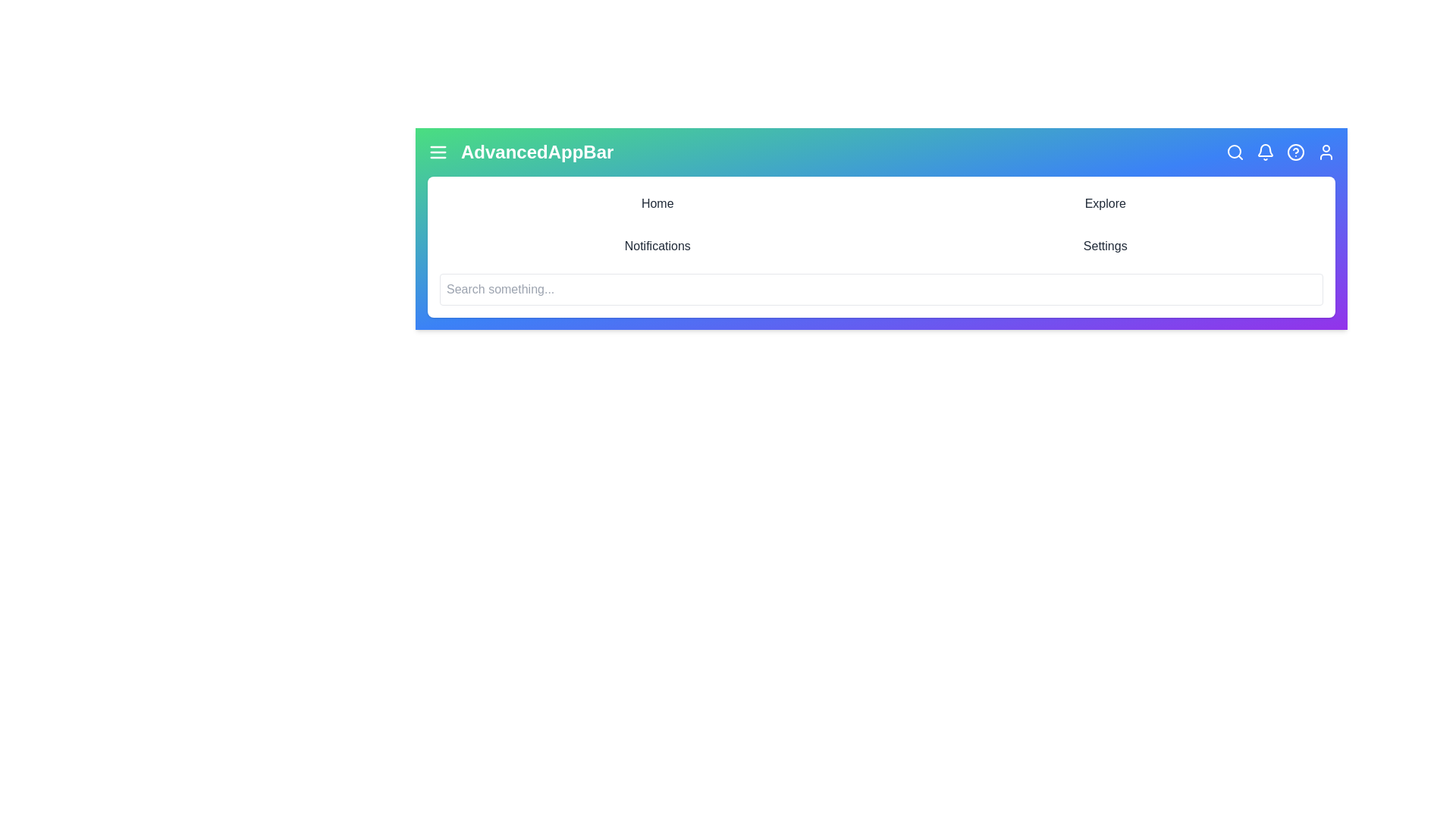 This screenshot has width=1456, height=819. I want to click on the User icon to trigger its functionality, so click(1325, 152).